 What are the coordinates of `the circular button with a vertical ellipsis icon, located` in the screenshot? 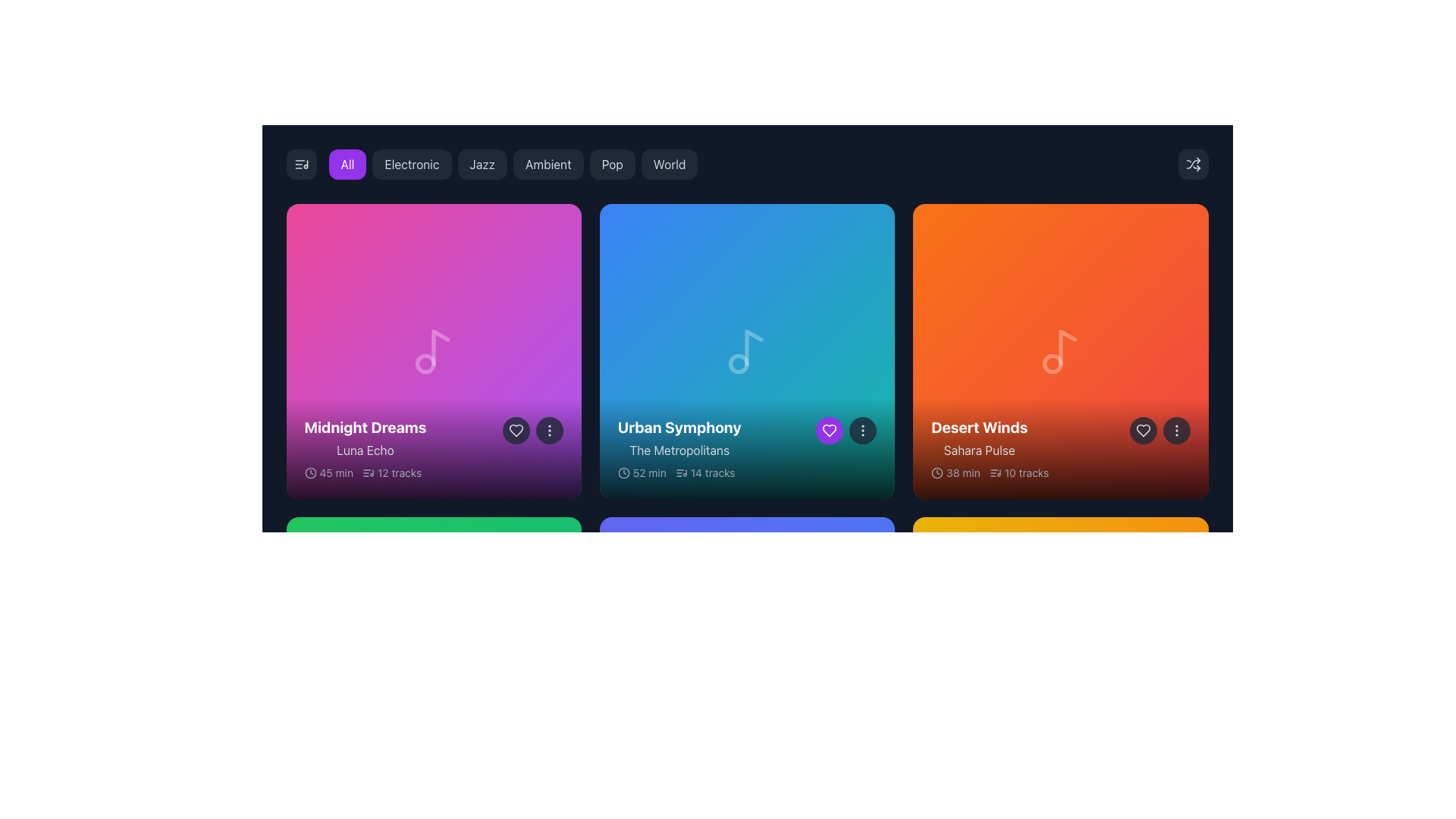 It's located at (548, 431).